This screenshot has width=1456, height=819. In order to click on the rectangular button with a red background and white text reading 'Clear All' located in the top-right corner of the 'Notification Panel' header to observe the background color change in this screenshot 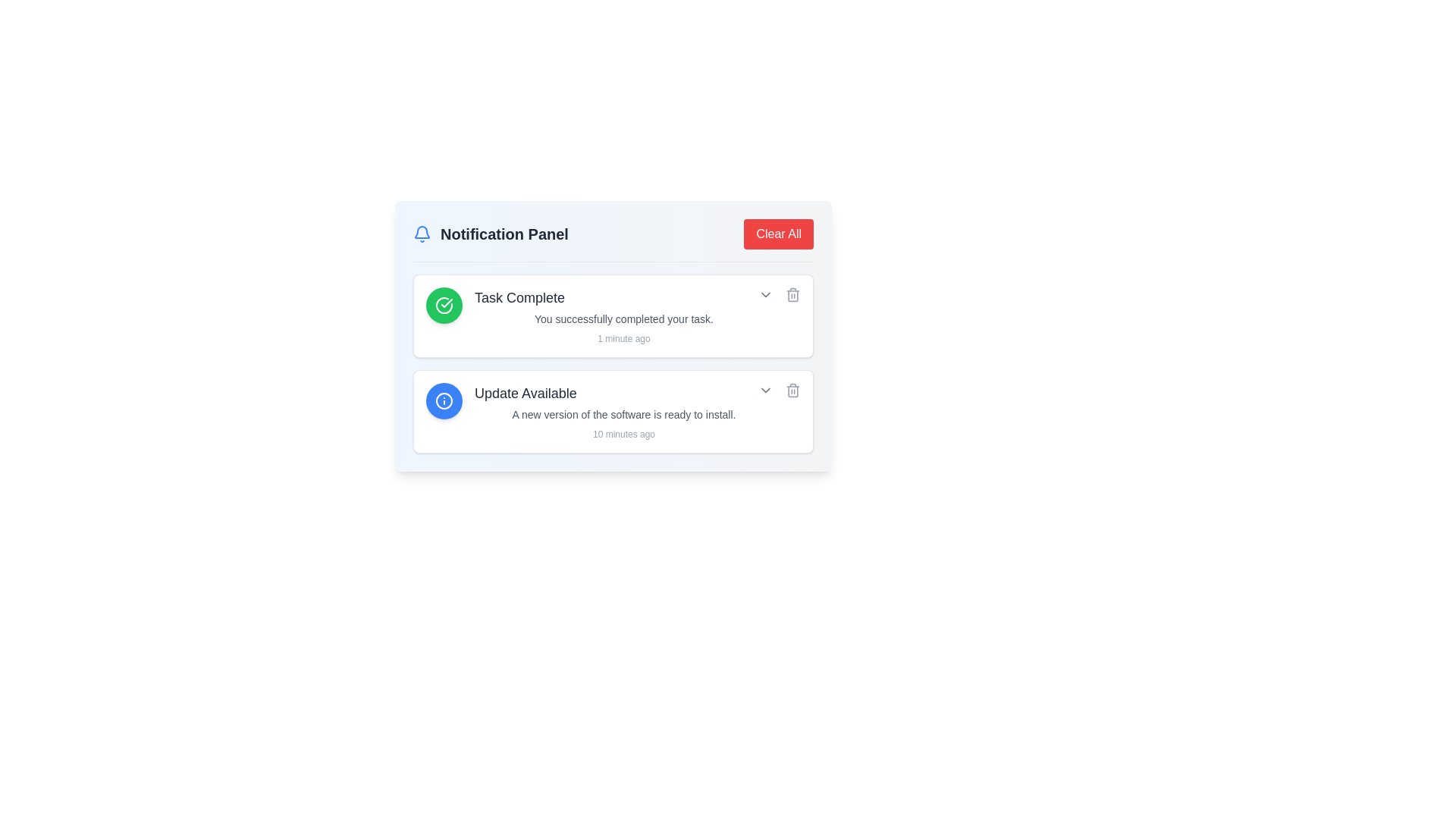, I will do `click(779, 234)`.